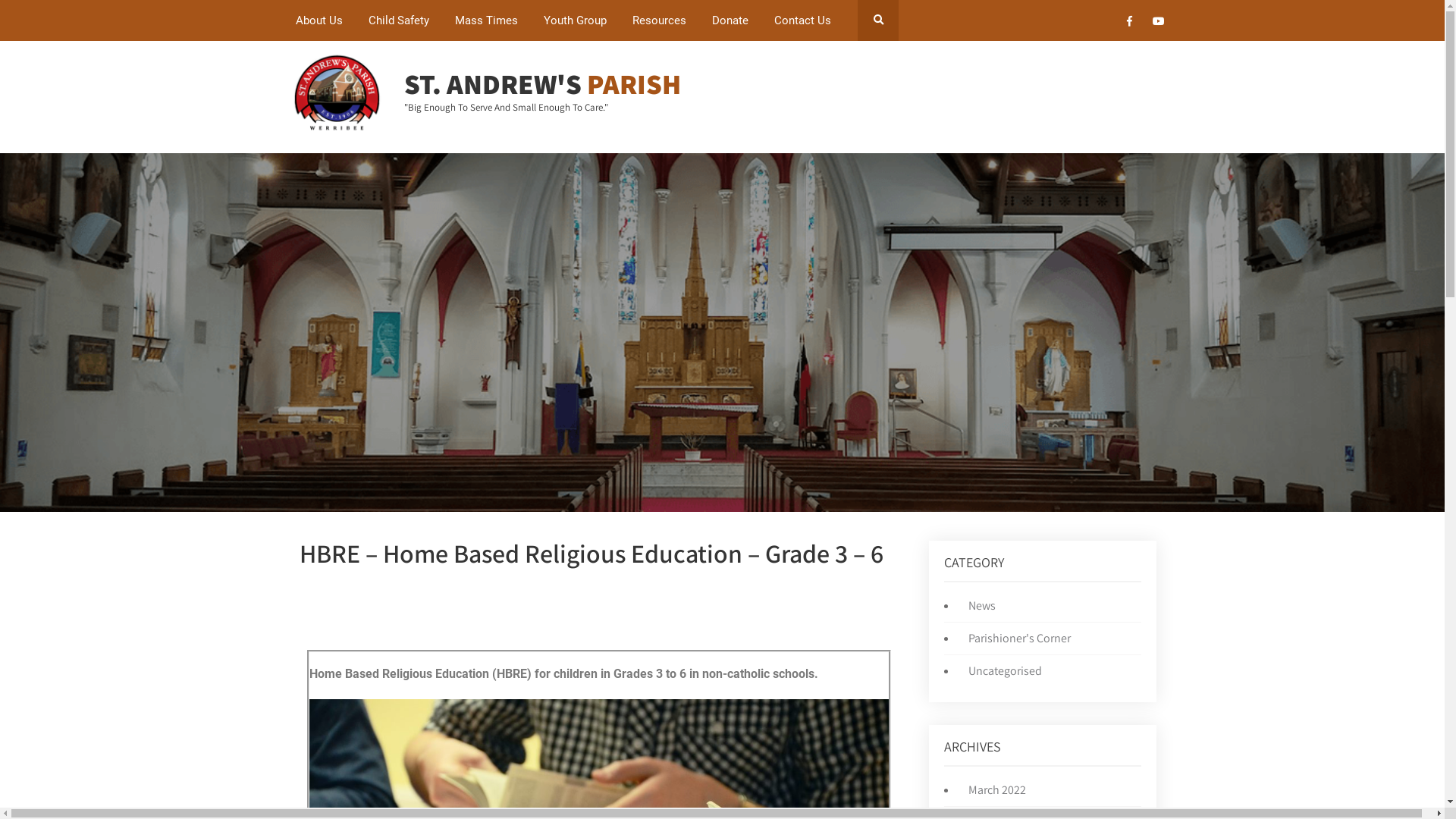  What do you see at coordinates (486, 20) in the screenshot?
I see `'Mass Times'` at bounding box center [486, 20].